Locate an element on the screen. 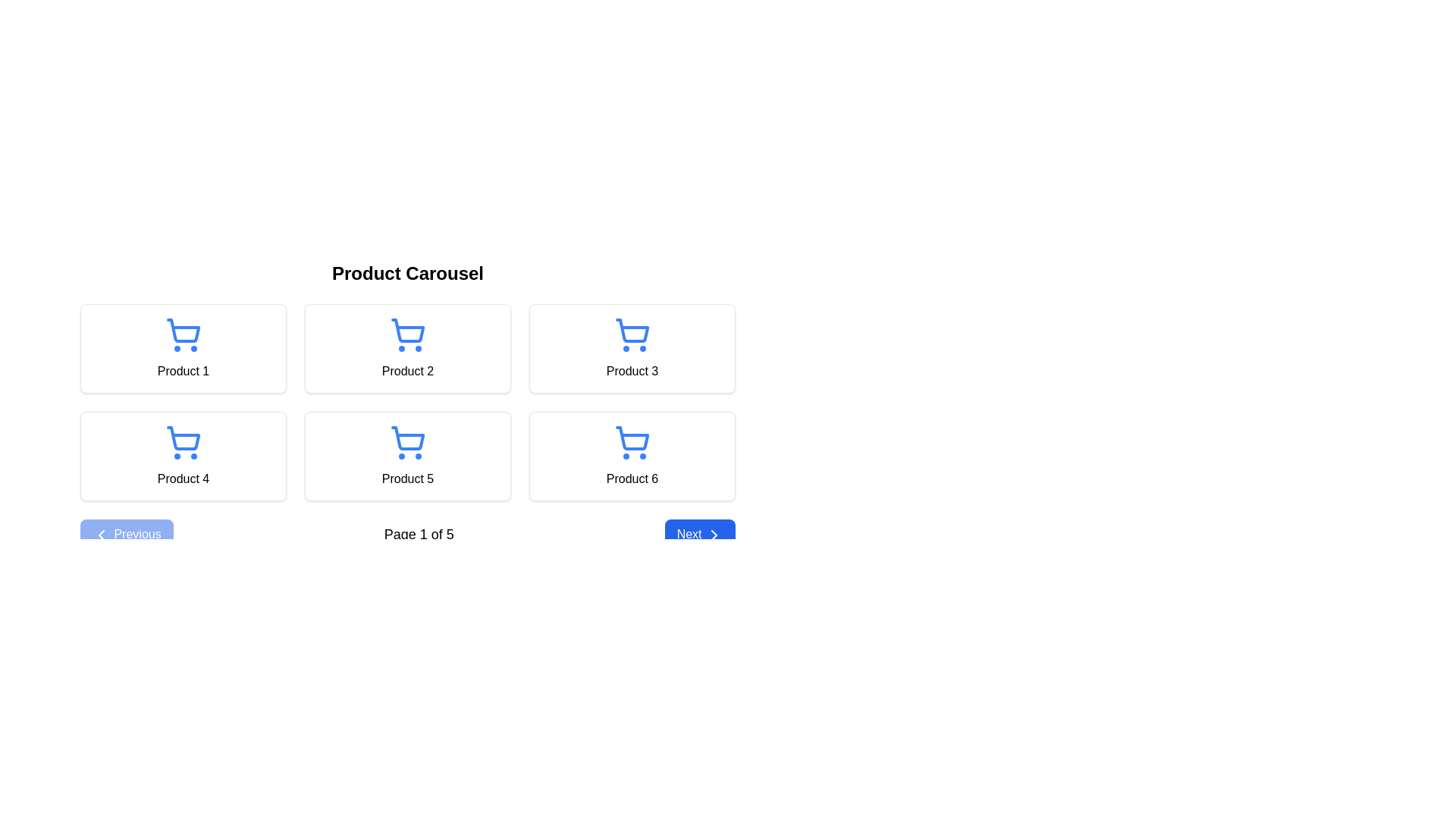  the shopping cart icon located at the top of the 'Product 3' card in the grid layout, which serves is located at coordinates (632, 334).